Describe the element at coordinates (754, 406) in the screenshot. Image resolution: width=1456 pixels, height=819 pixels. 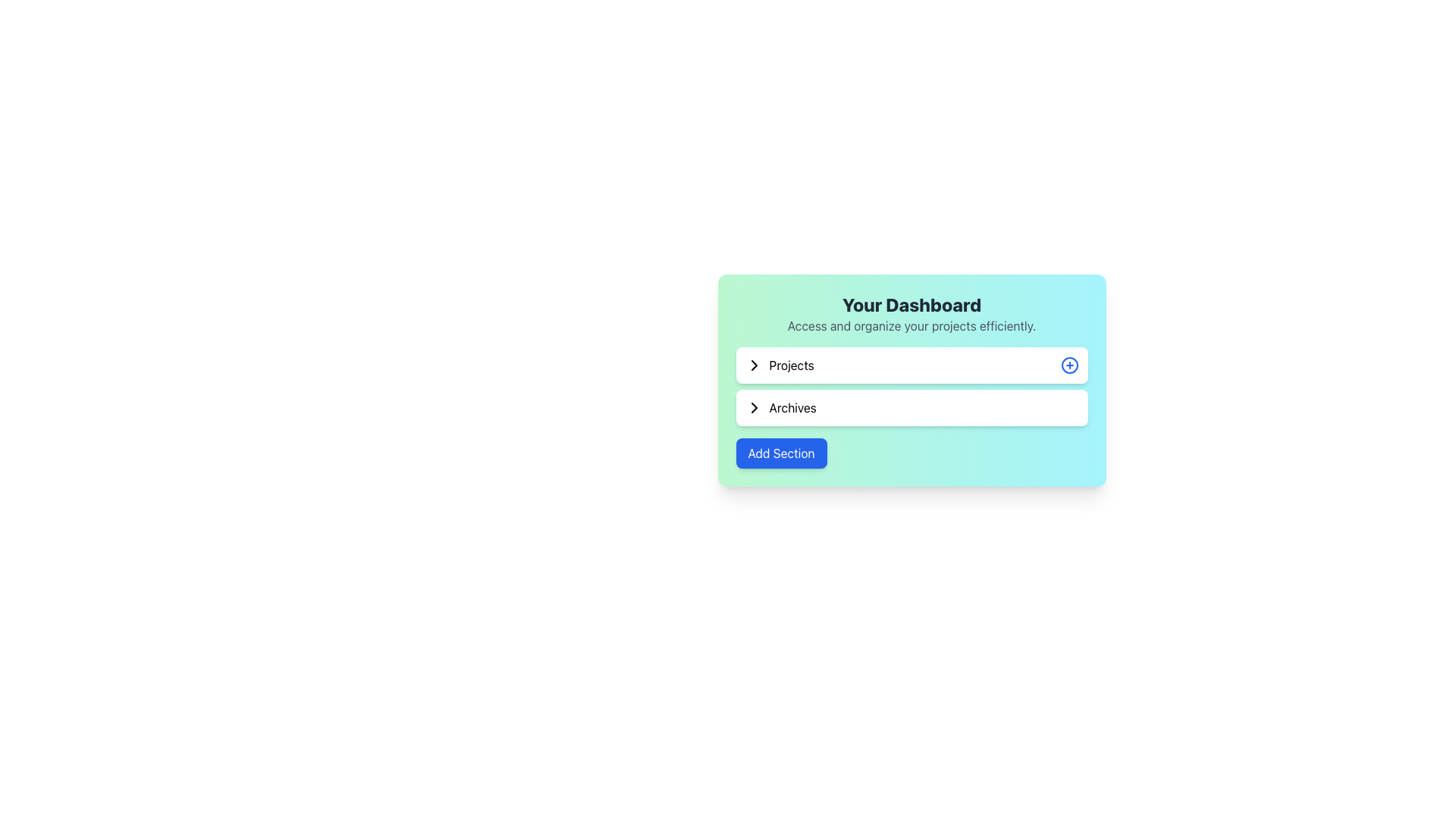
I see `the chevron icon` at that location.